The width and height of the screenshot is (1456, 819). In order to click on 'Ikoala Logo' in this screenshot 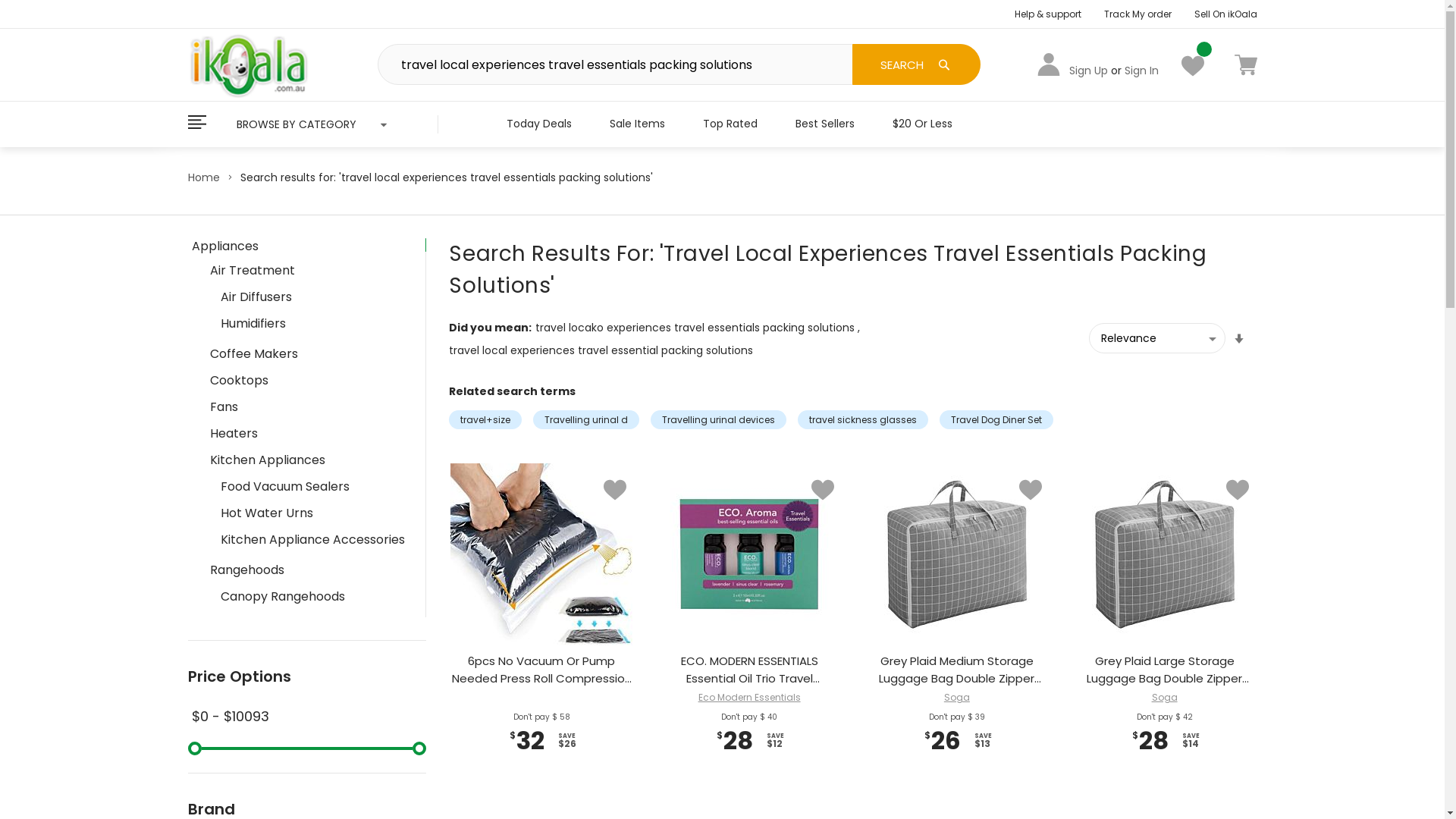, I will do `click(249, 63)`.